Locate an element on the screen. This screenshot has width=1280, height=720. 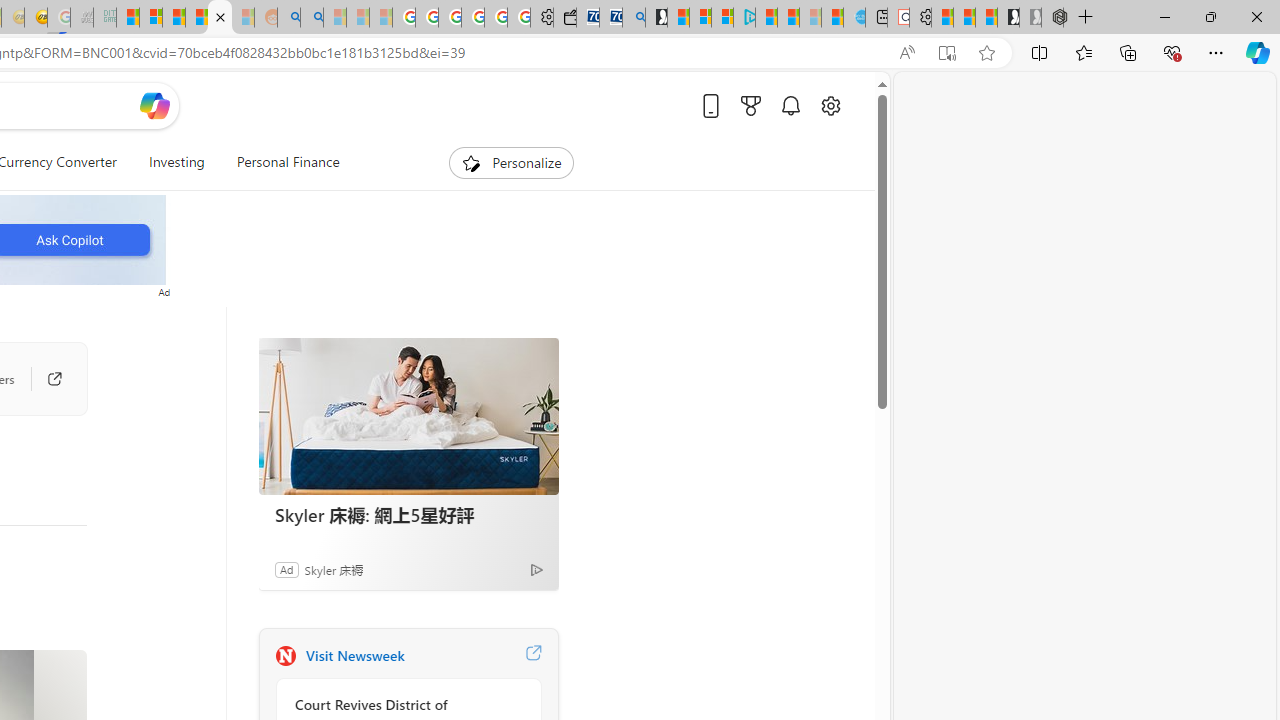
'Utah sues federal government - Search' is located at coordinates (310, 17).